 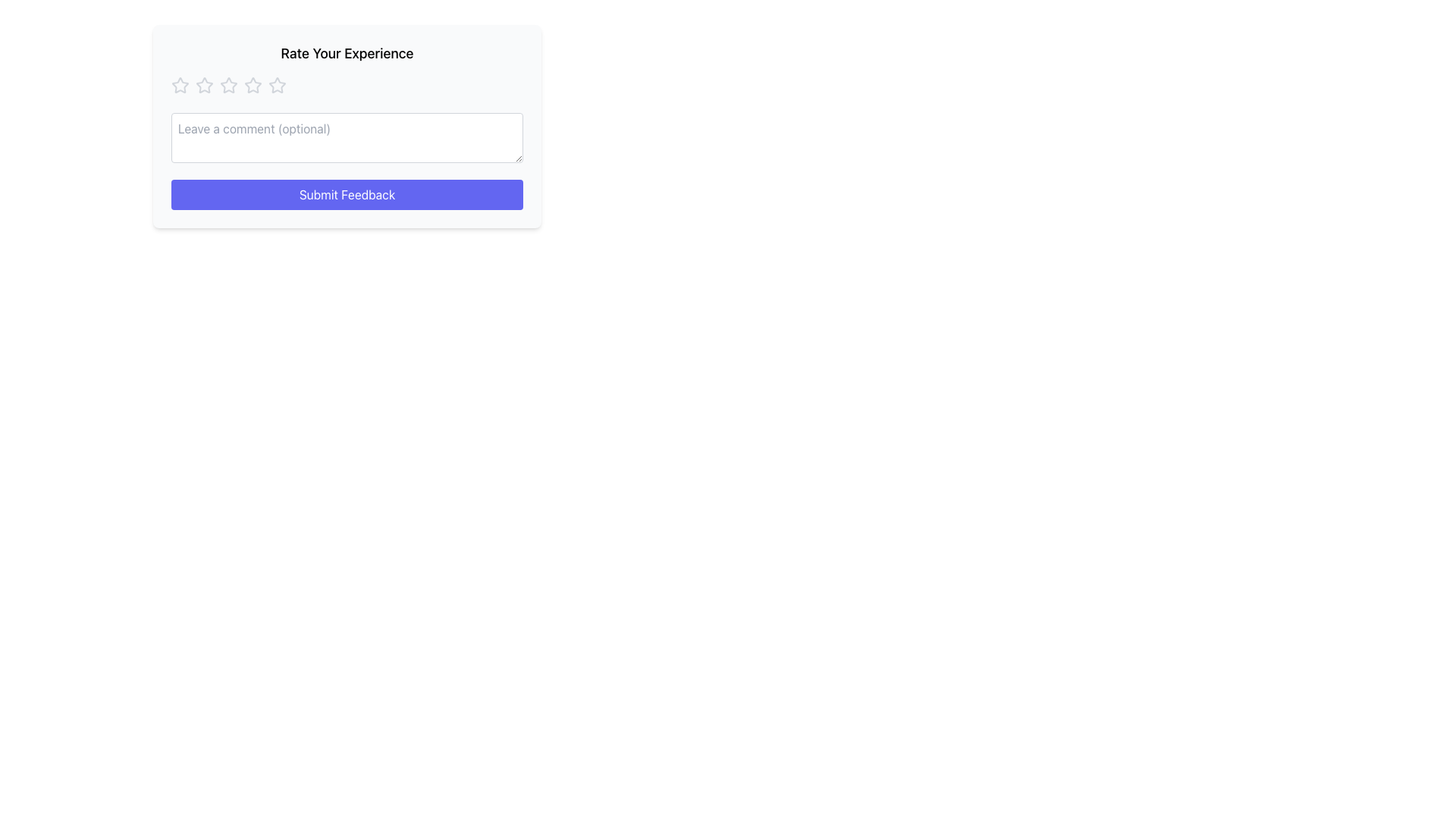 I want to click on the first star in the rating system, so click(x=180, y=85).